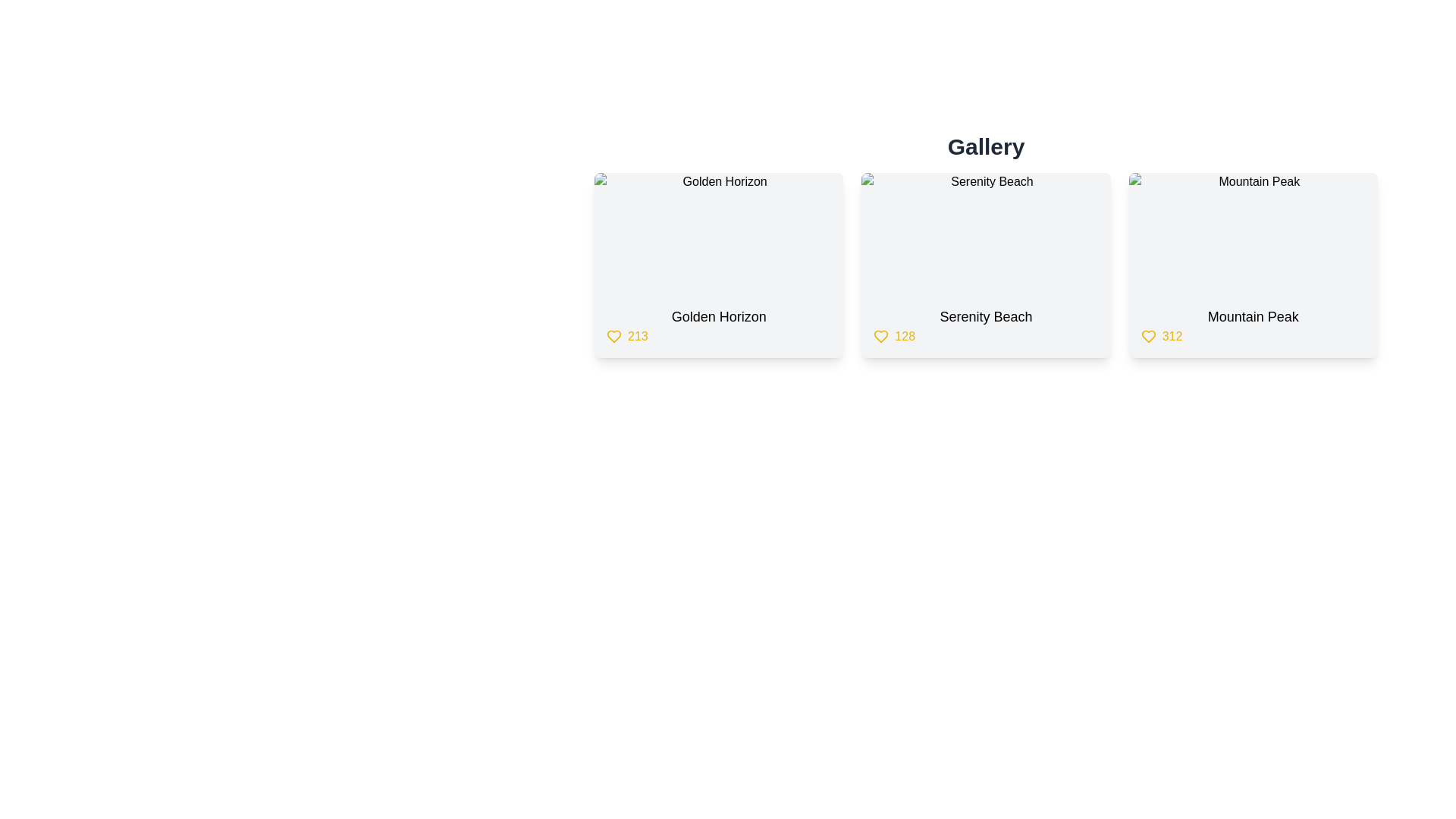  I want to click on the numeric text element displaying '312' styled in yellow, located next to a heart icon at the bottom-left corner of the 'Mountain Peak' card, so click(1171, 335).